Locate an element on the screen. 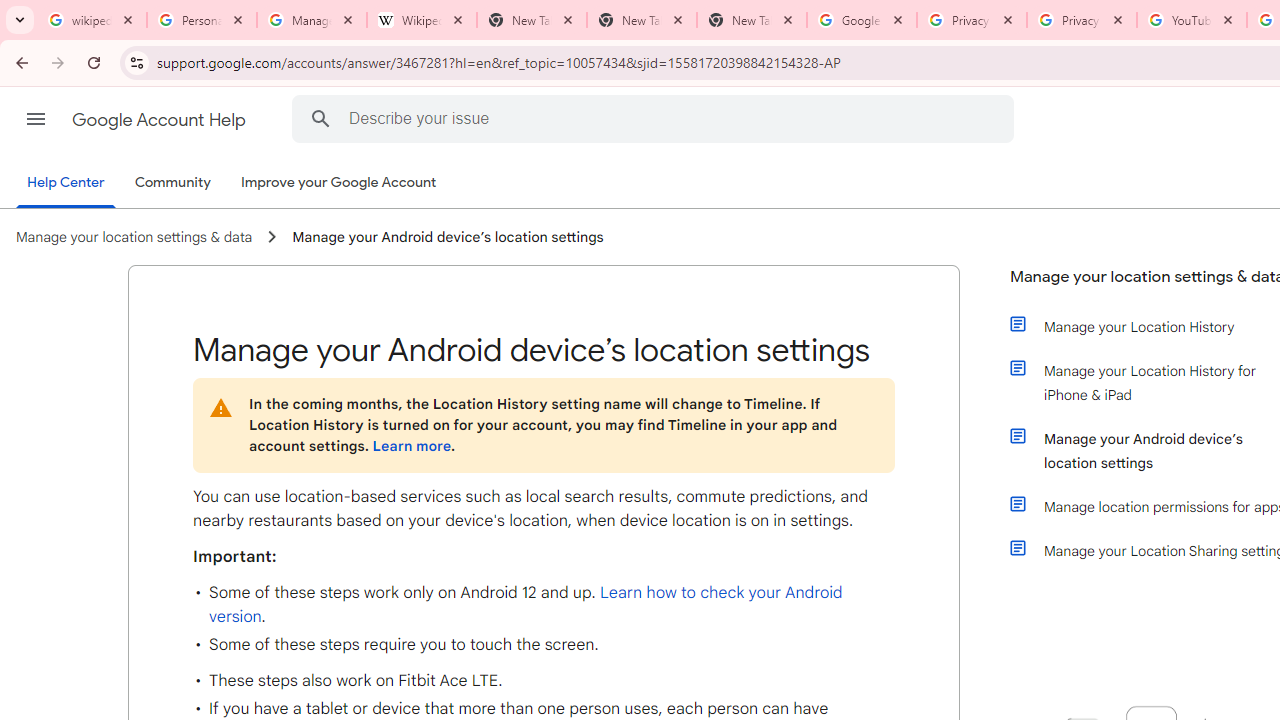 The height and width of the screenshot is (720, 1280). 'Personalization & Google Search results - Google Search Help' is located at coordinates (202, 20).